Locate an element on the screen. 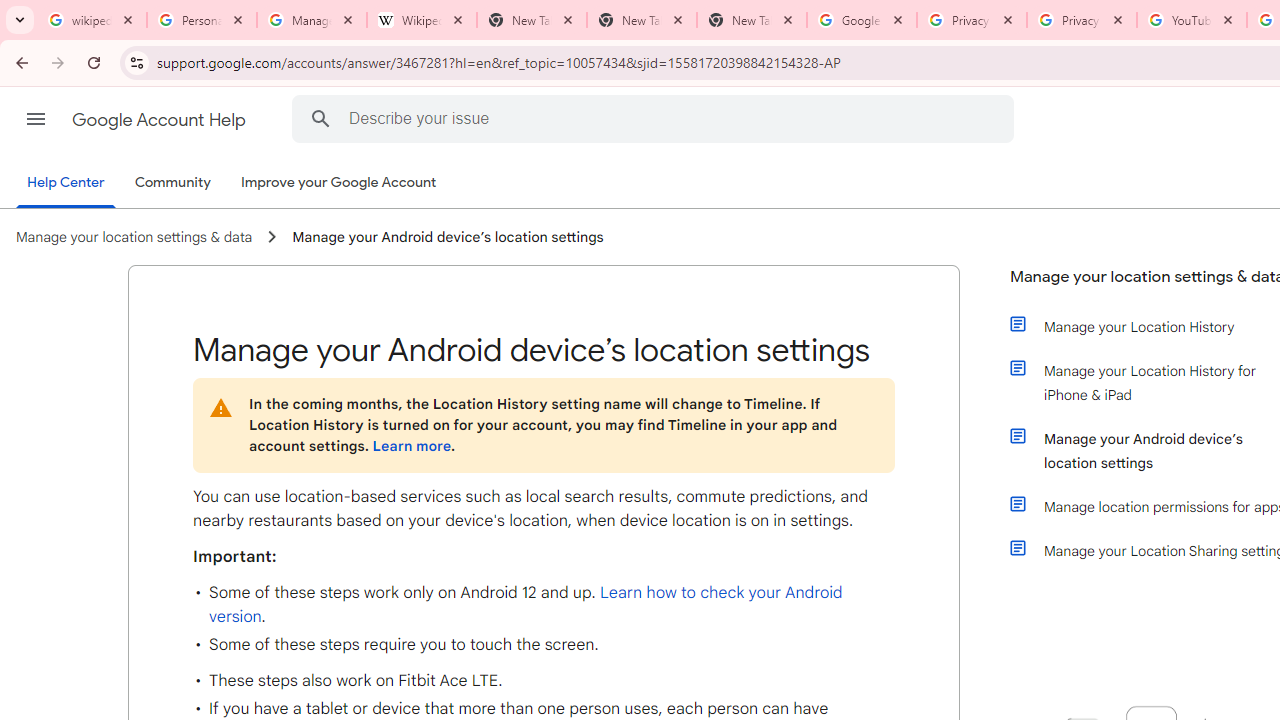 The height and width of the screenshot is (720, 1280). 'Personalization & Google Search results - Google Search Help' is located at coordinates (202, 20).